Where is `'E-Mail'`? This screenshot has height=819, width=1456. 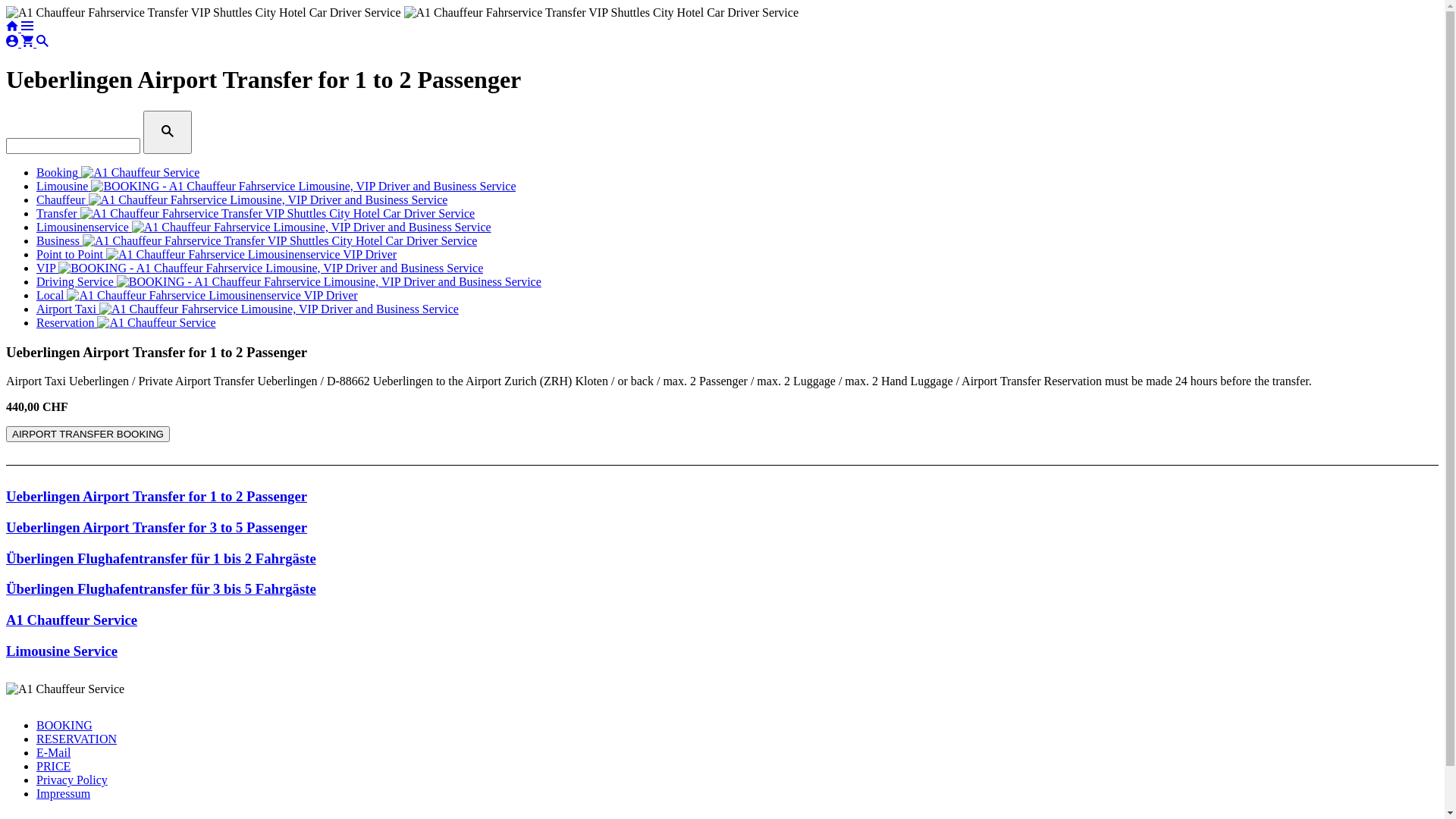 'E-Mail' is located at coordinates (53, 752).